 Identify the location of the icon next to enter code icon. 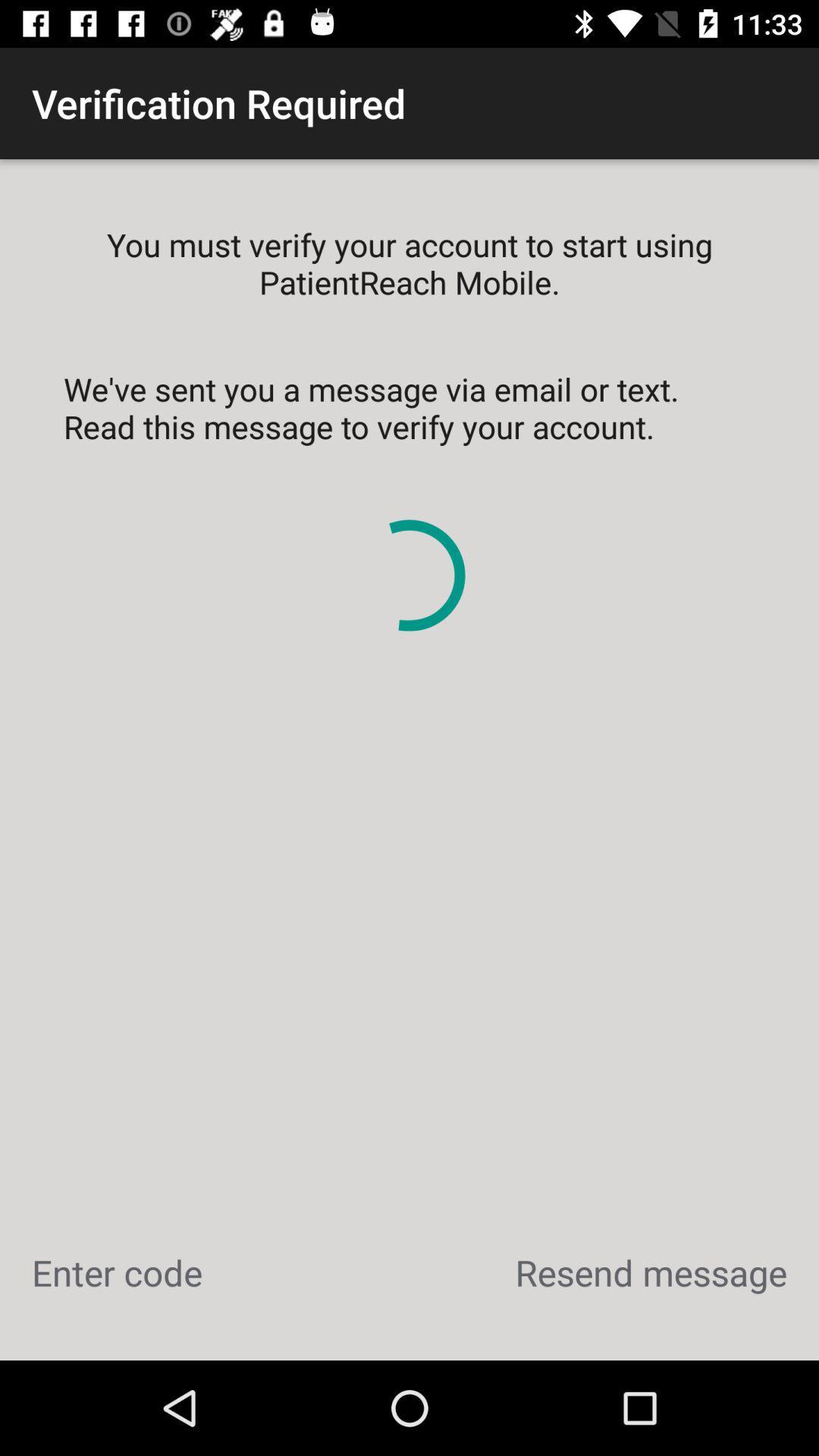
(650, 1272).